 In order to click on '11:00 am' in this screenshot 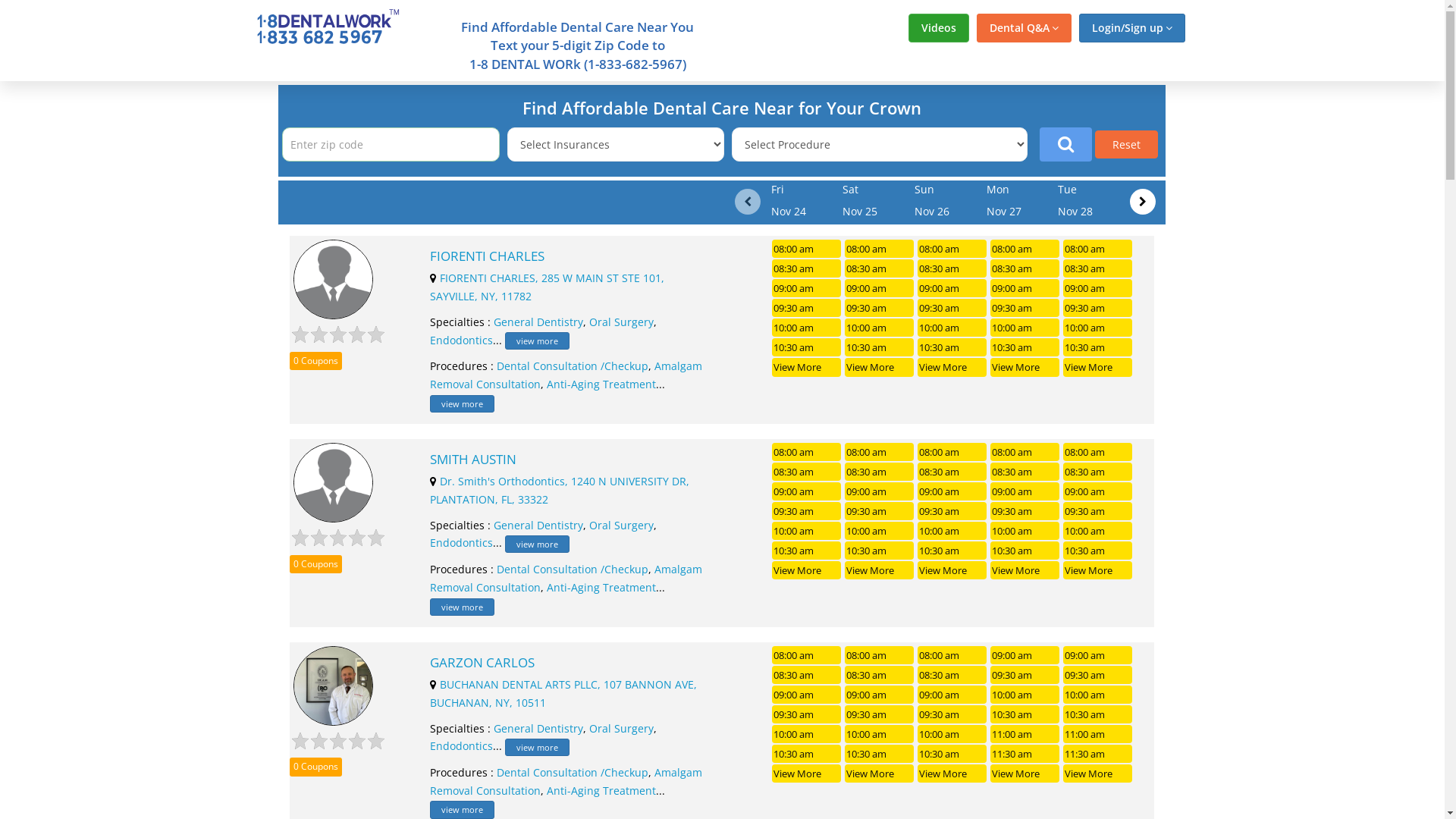, I will do `click(1025, 733)`.